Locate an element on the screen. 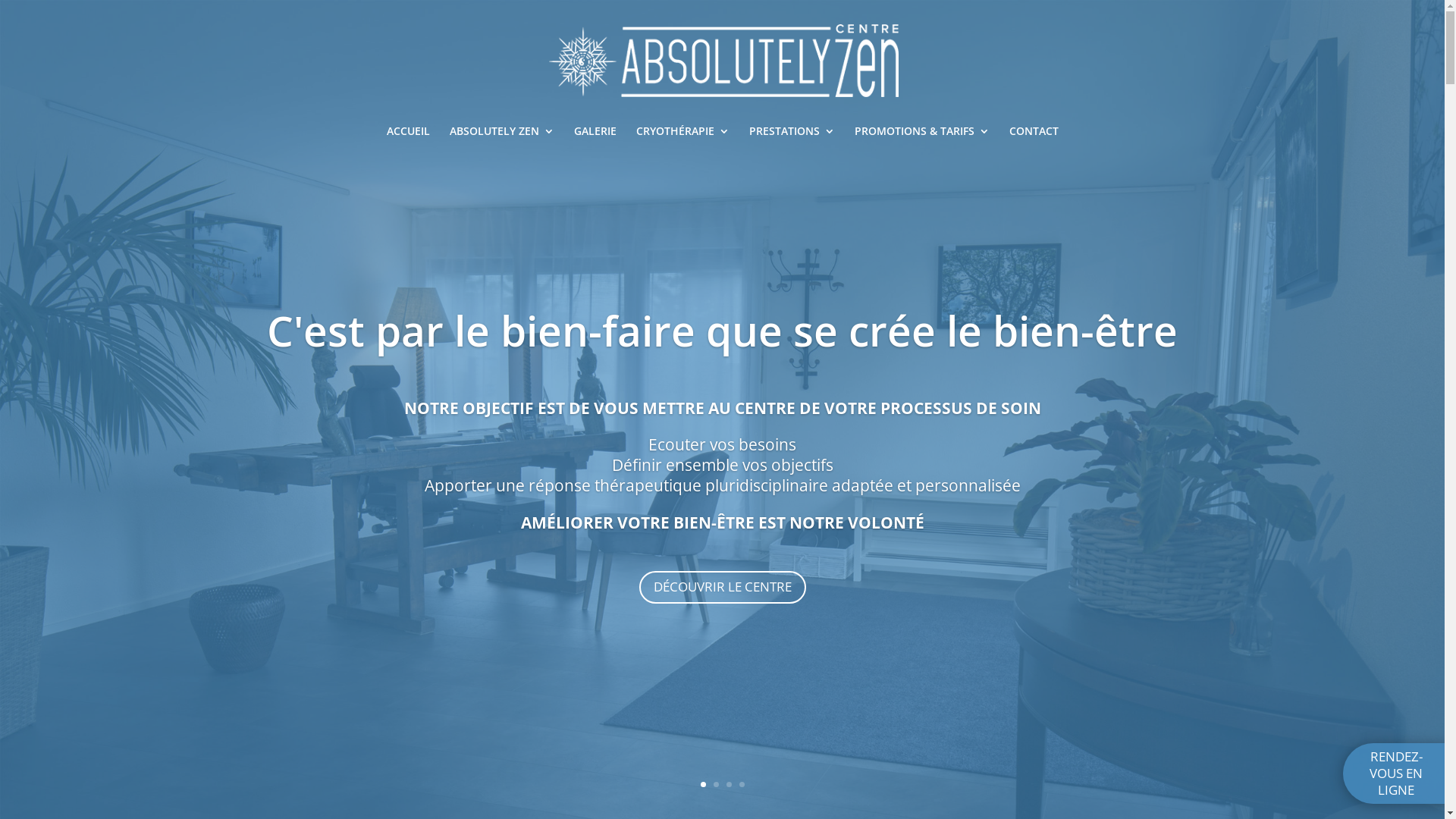 The image size is (1456, 819). '2' is located at coordinates (712, 784).